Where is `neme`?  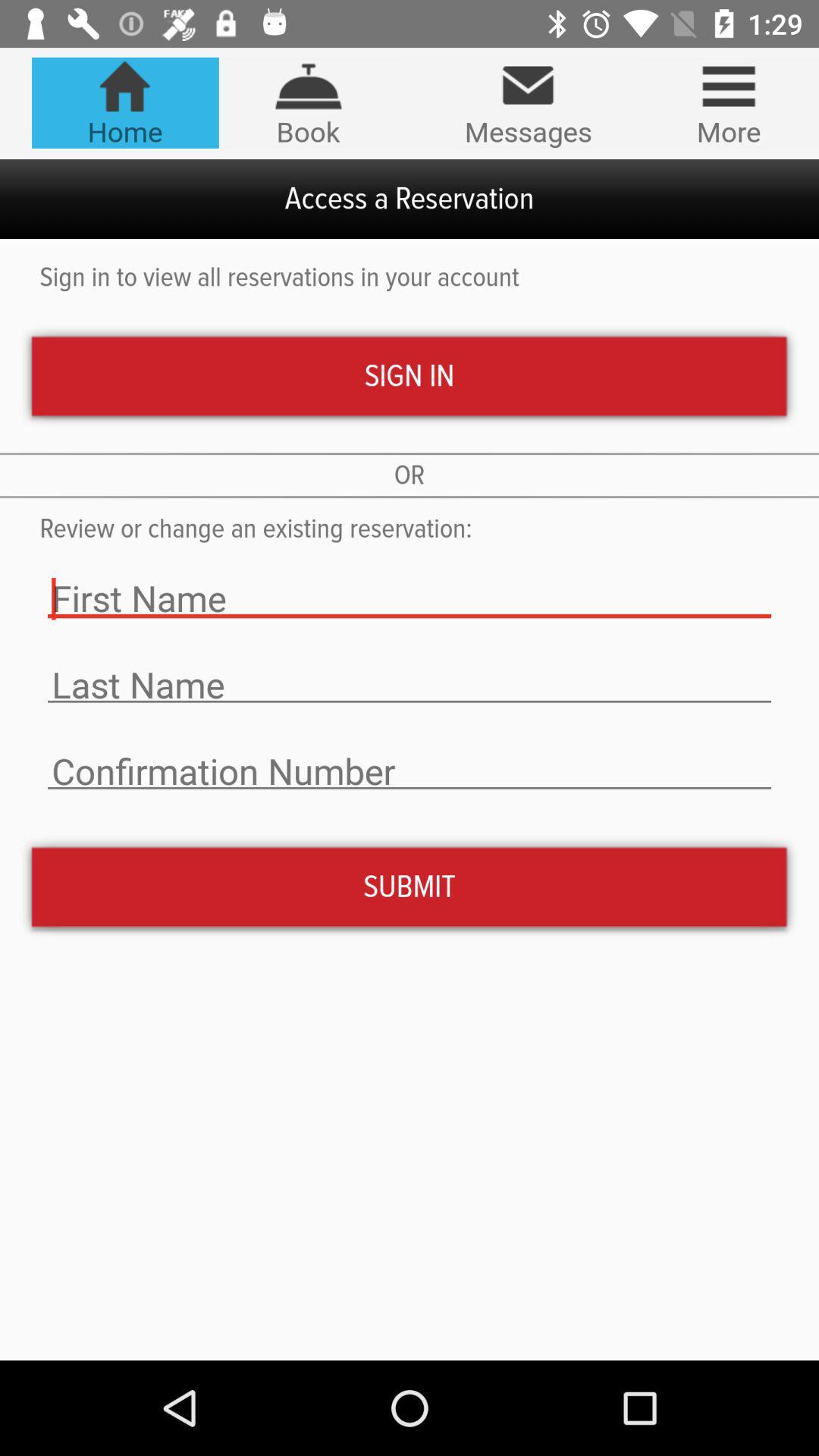
neme is located at coordinates (409, 684).